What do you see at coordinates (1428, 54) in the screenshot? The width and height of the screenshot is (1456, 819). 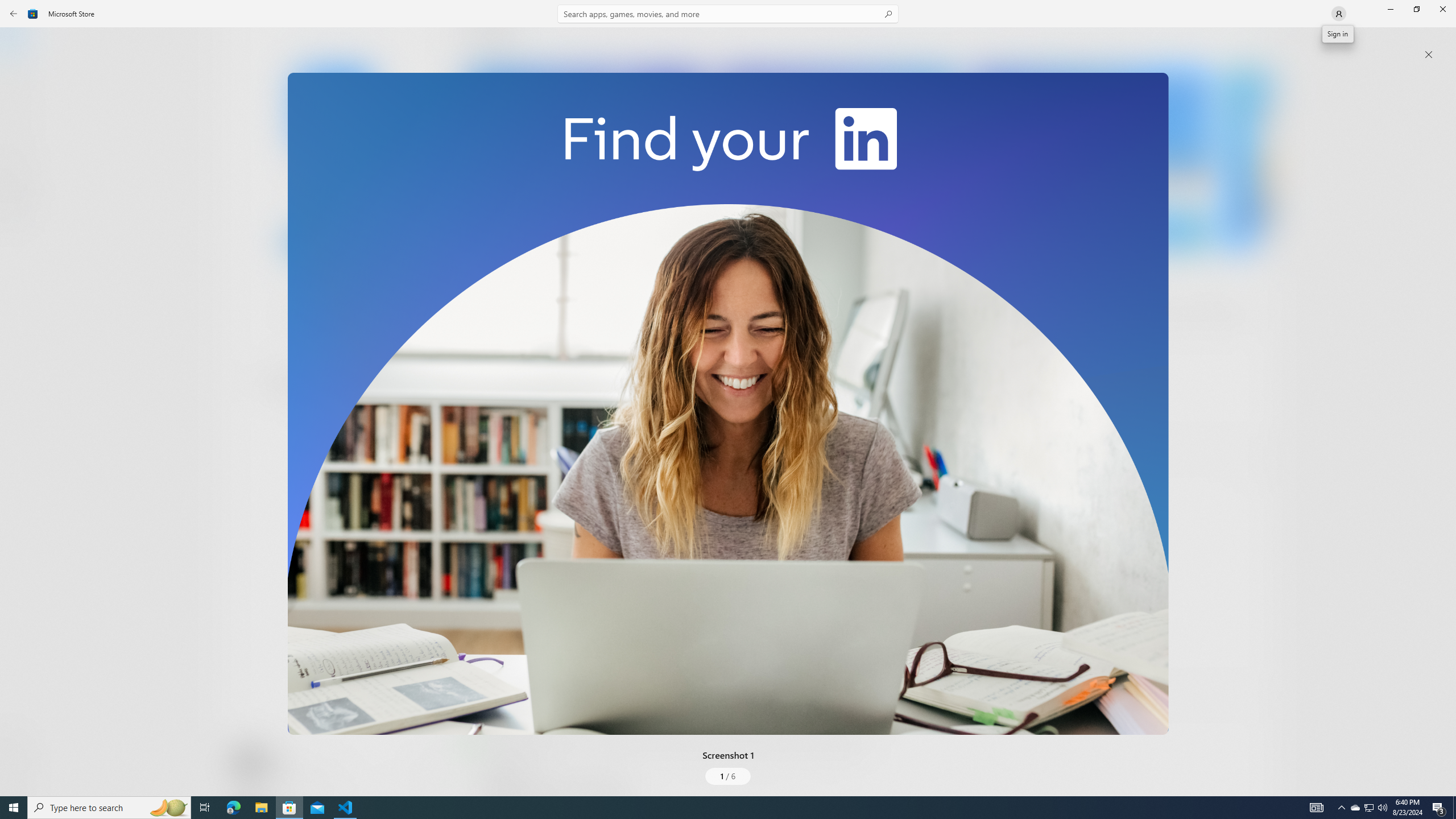 I see `'close popup window'` at bounding box center [1428, 54].